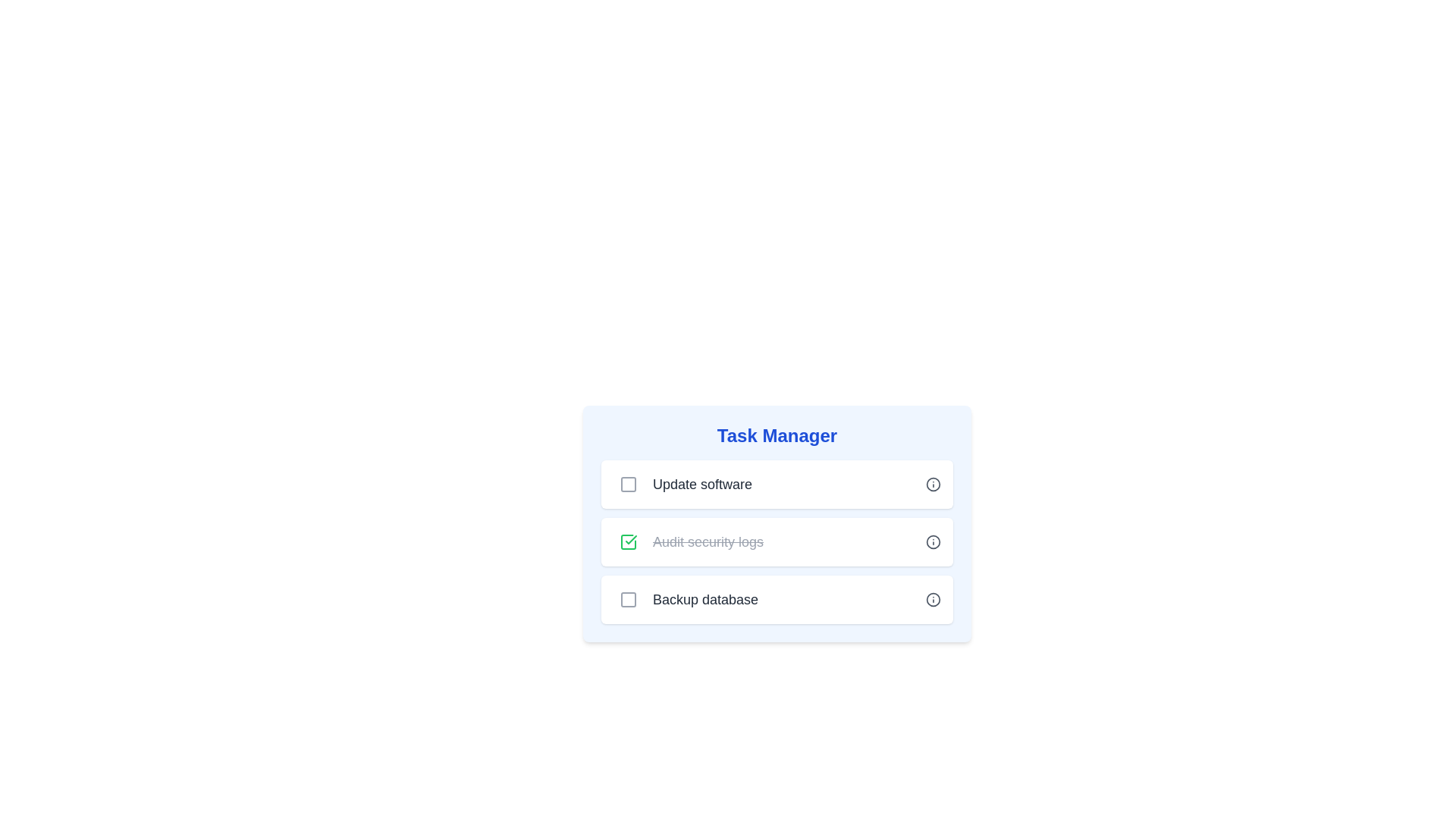 The width and height of the screenshot is (1456, 819). I want to click on the Toggle checkbox icon located at the leftmost part of the 'Update software' list item, so click(629, 485).